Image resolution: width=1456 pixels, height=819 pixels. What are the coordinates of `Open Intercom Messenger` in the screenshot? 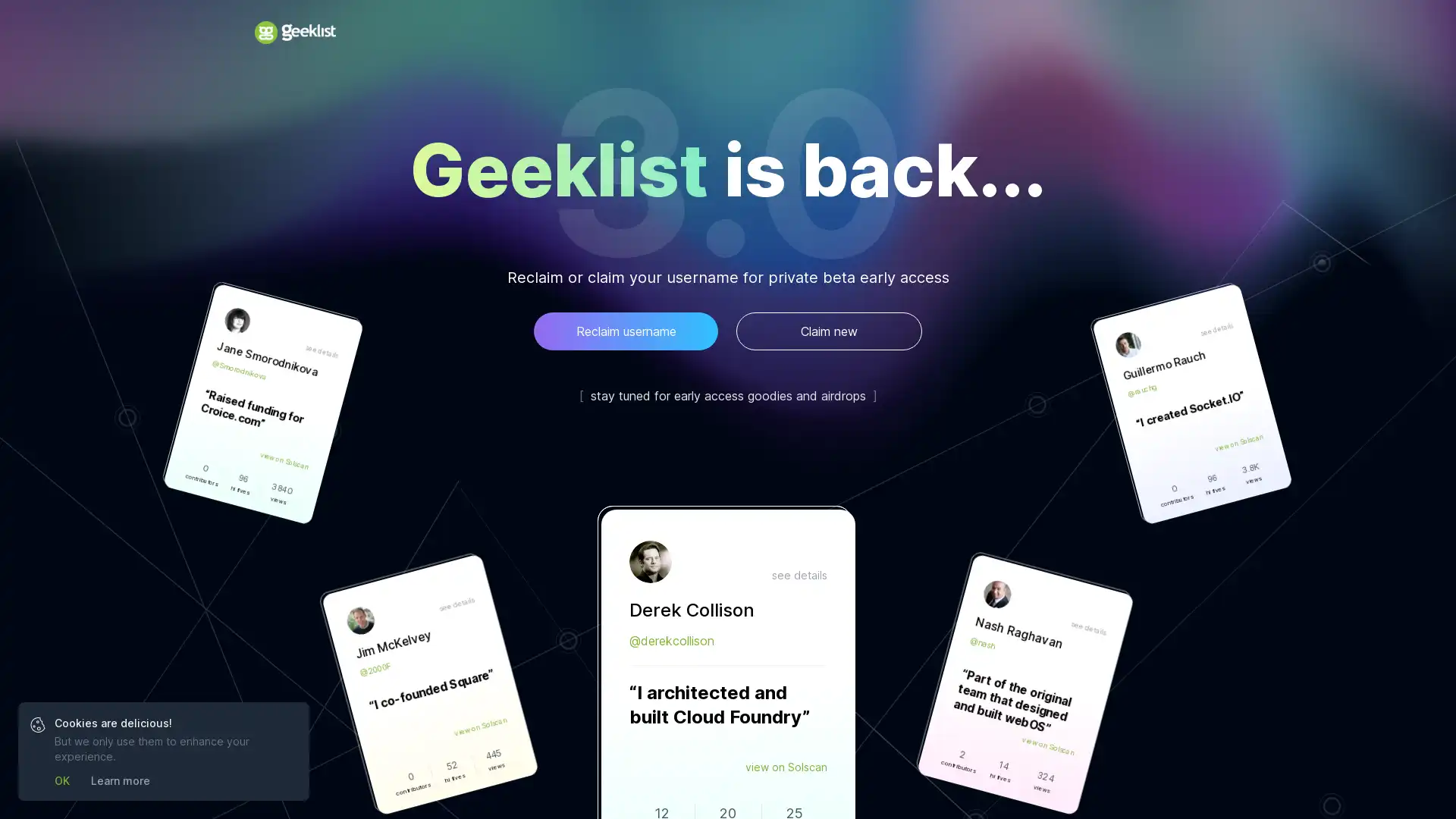 It's located at (1417, 780).